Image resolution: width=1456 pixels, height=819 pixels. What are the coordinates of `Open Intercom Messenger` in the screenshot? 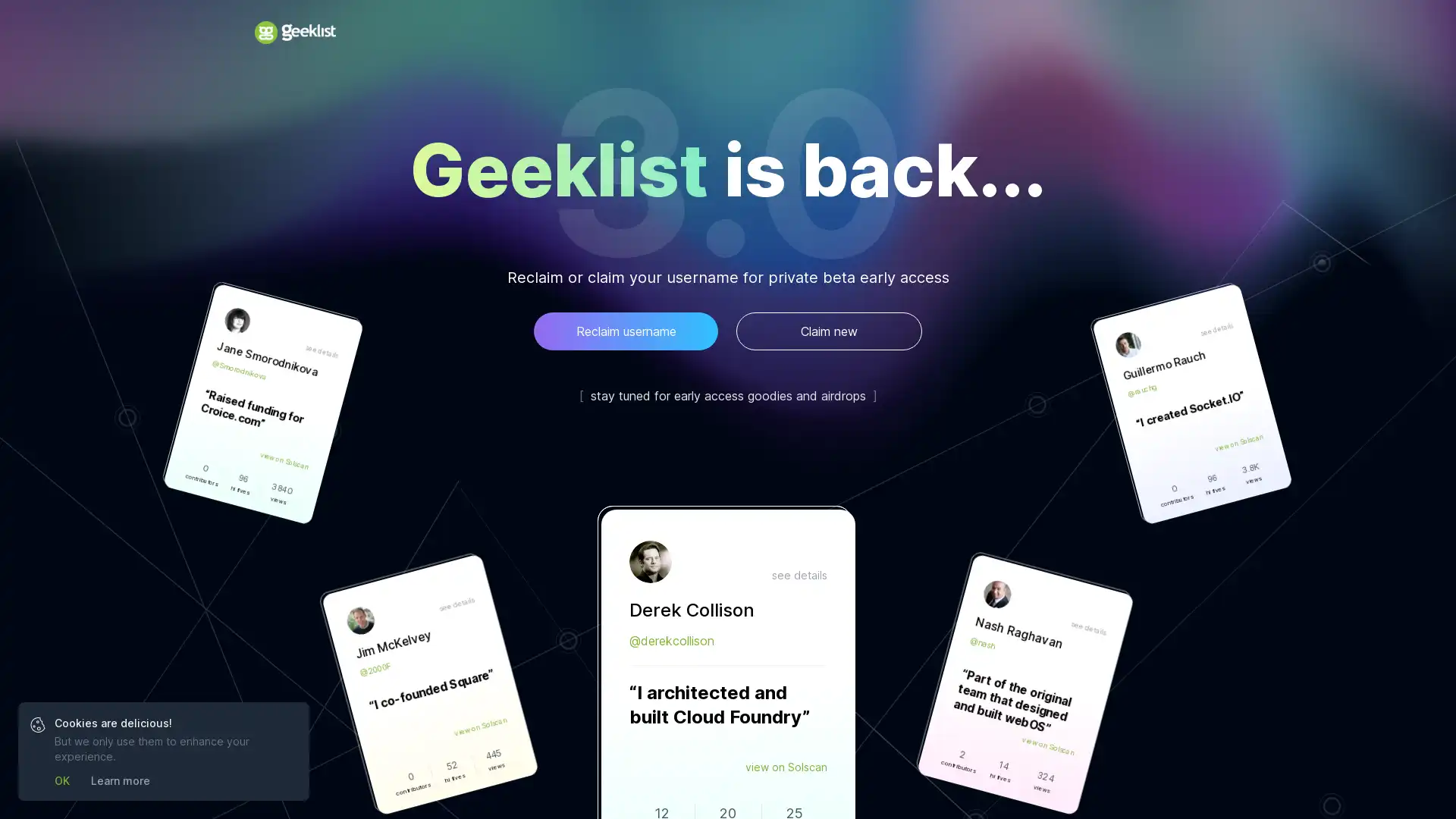 It's located at (1417, 780).